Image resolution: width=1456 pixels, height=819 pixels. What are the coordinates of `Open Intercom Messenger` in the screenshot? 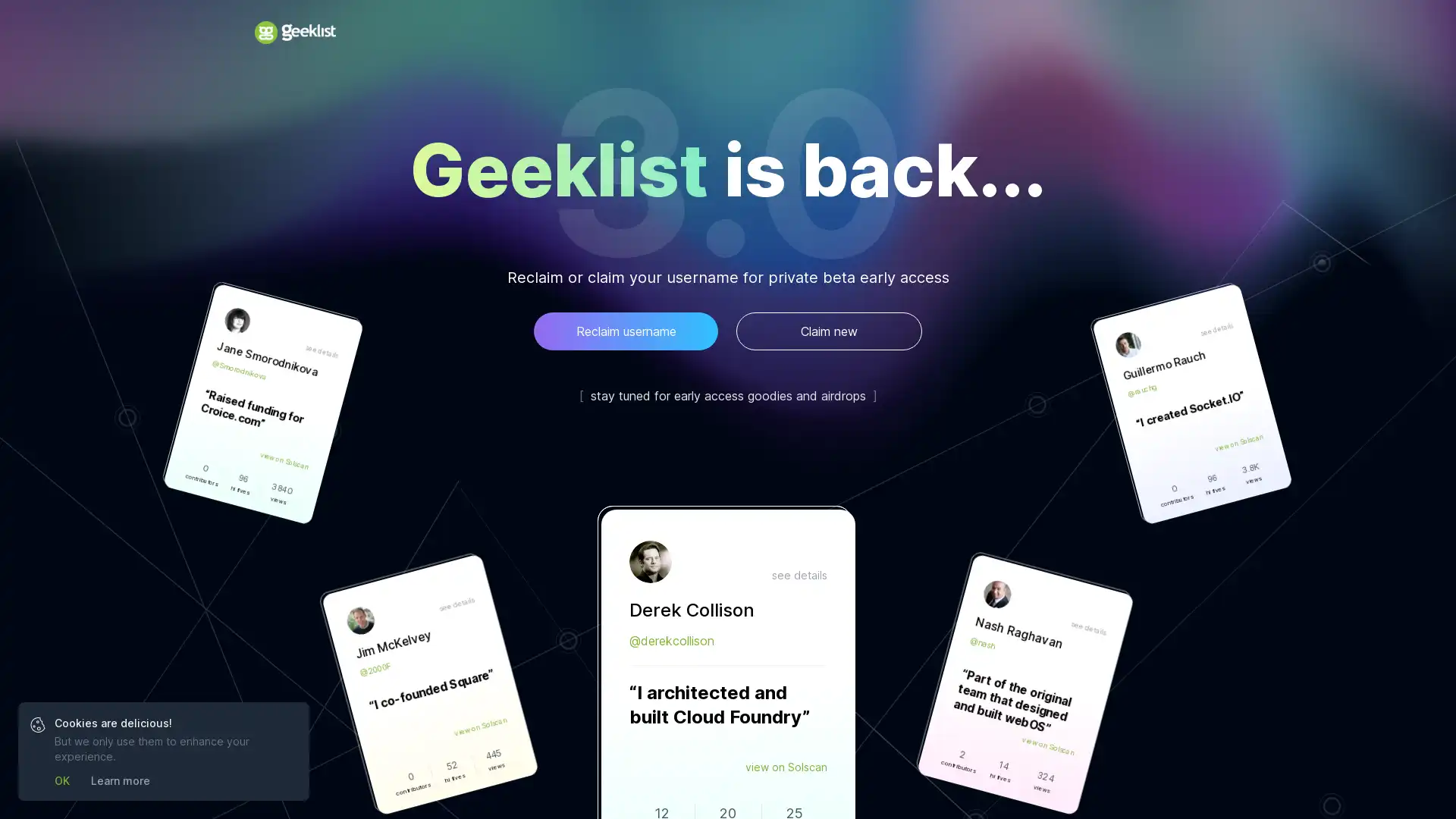 It's located at (1417, 780).